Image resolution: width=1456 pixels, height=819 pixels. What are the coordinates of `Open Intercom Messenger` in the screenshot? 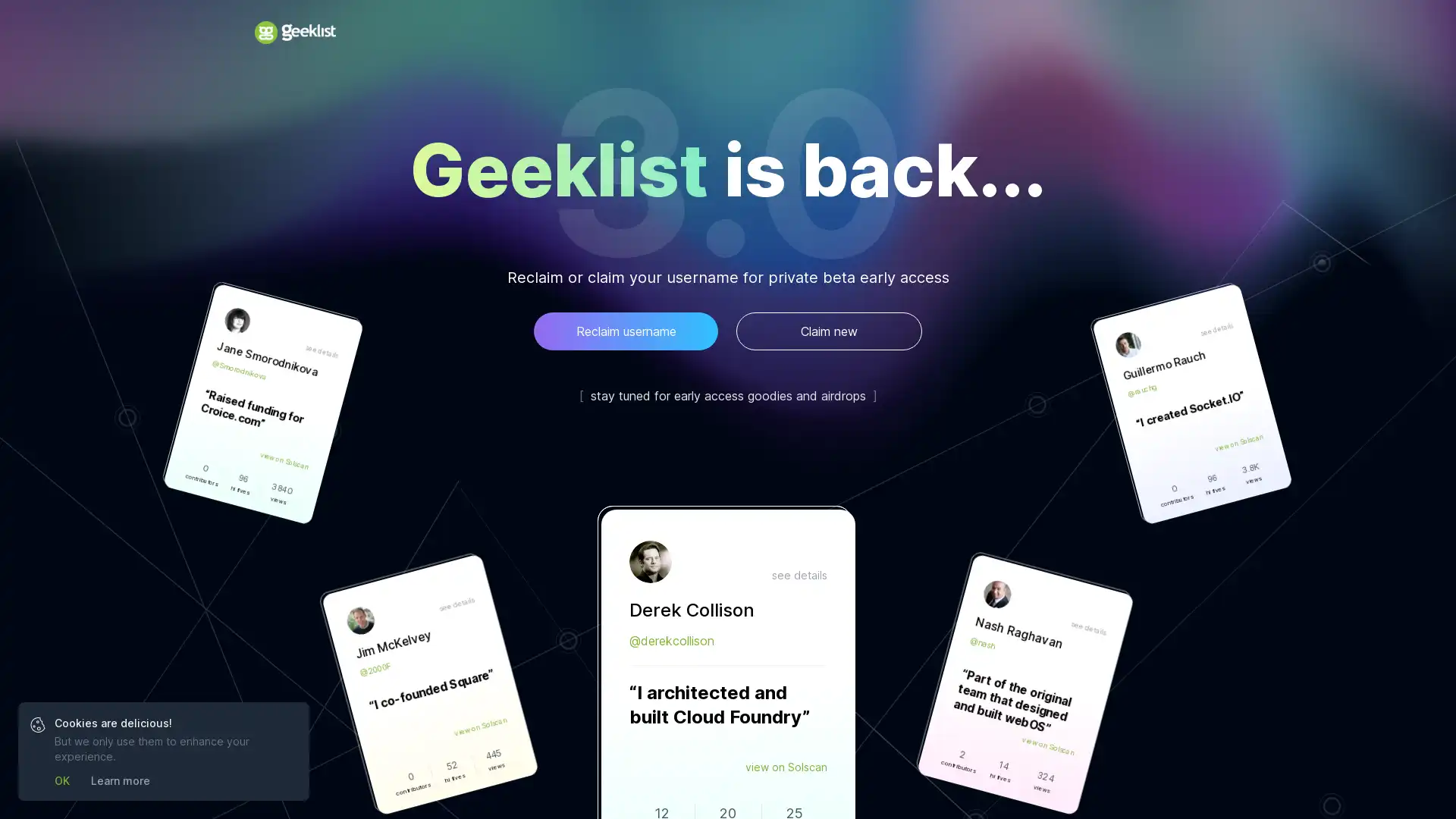 It's located at (1417, 780).